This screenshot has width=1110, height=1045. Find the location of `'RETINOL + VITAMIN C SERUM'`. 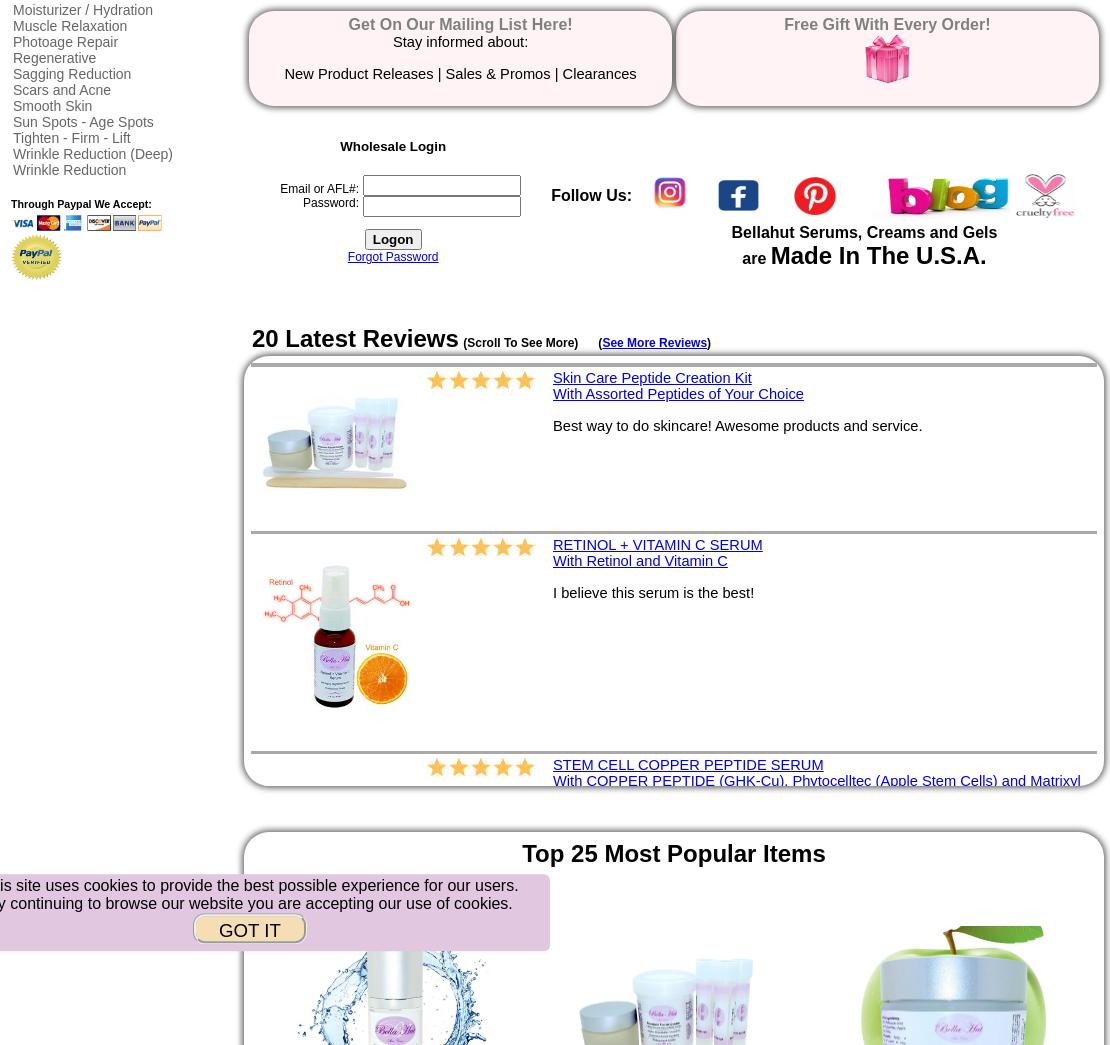

'RETINOL + VITAMIN C SERUM' is located at coordinates (656, 544).